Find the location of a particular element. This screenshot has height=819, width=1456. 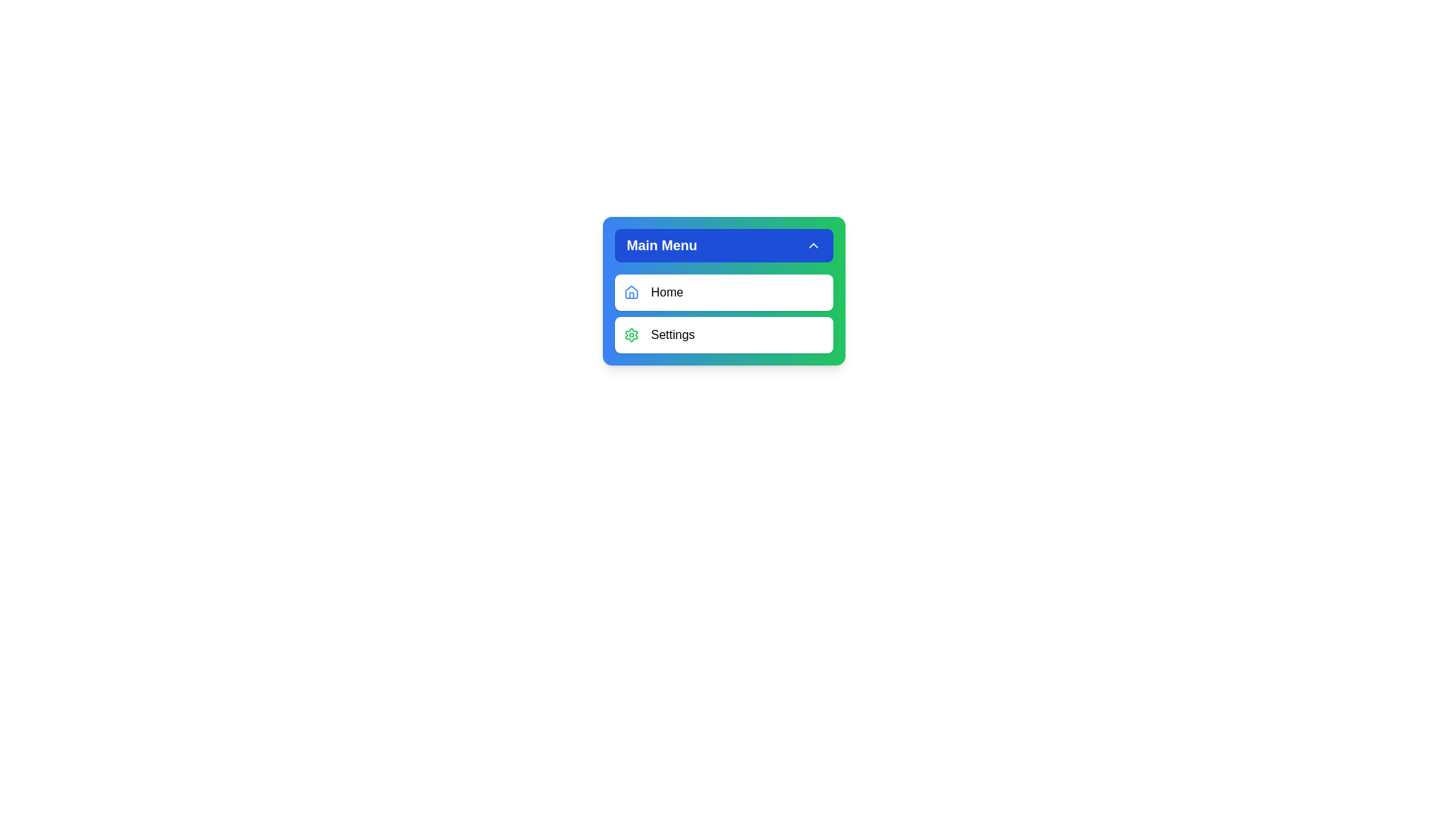

the green-colored settings icon, which resembles a gear and is positioned to the left of the 'Settings' text in the menu is located at coordinates (631, 334).